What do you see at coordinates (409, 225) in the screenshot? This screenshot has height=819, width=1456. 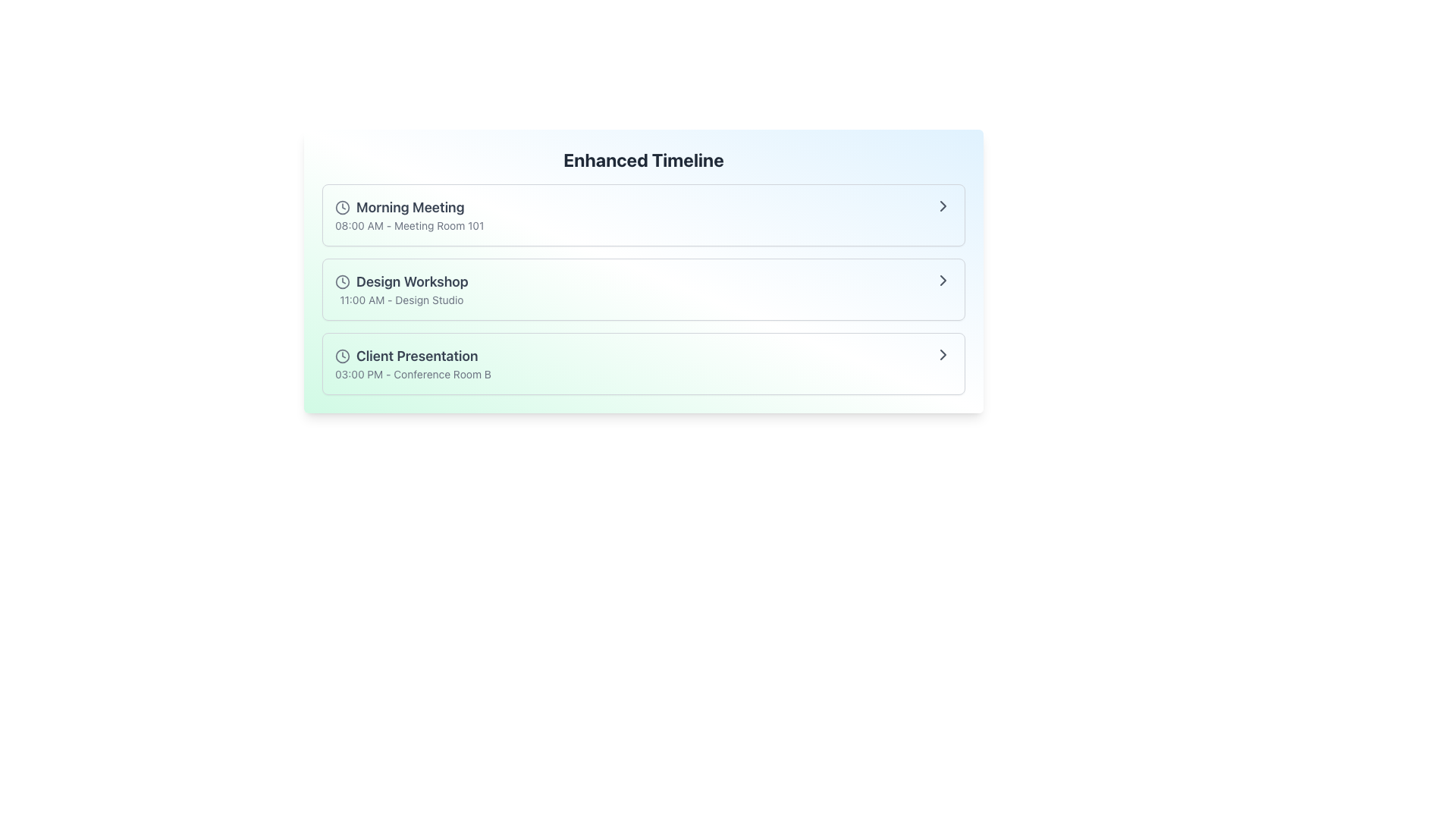 I see `the text label displaying '08:00 AM - Meeting Room 101' located directly beneath the title 'Morning Meeting'` at bounding box center [409, 225].